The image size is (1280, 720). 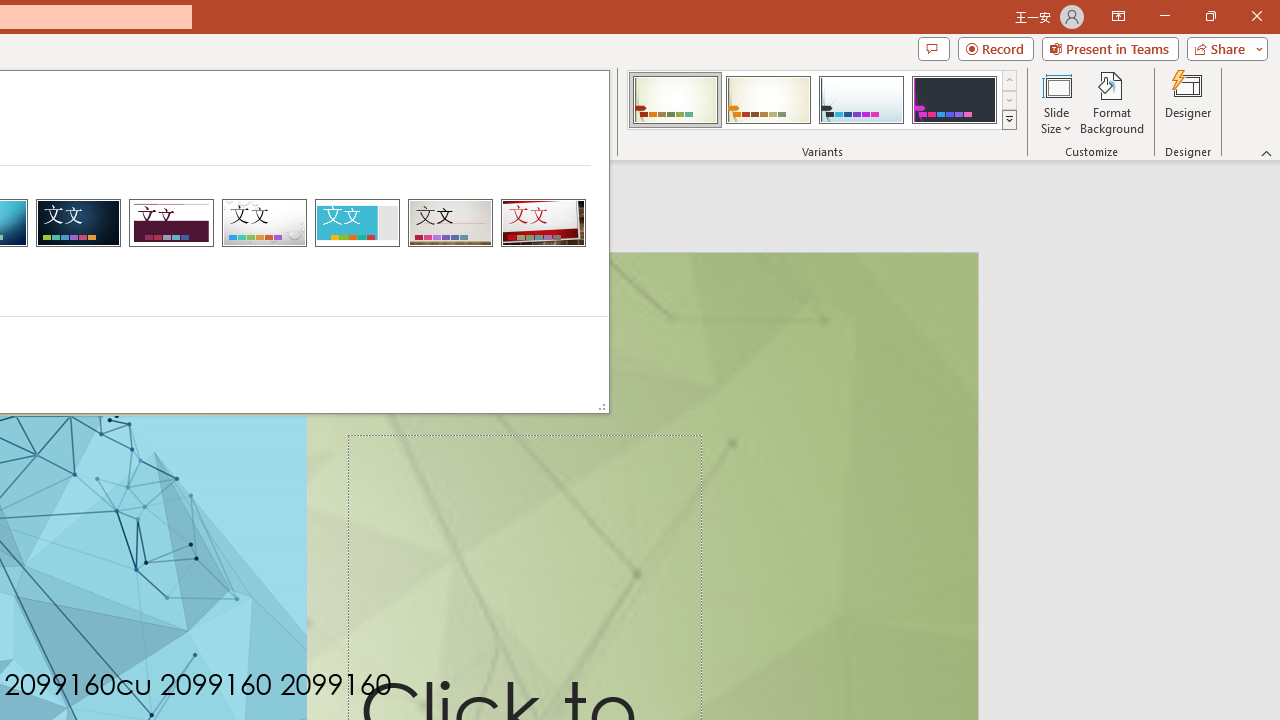 I want to click on 'Wisp Variant 2', so click(x=767, y=100).